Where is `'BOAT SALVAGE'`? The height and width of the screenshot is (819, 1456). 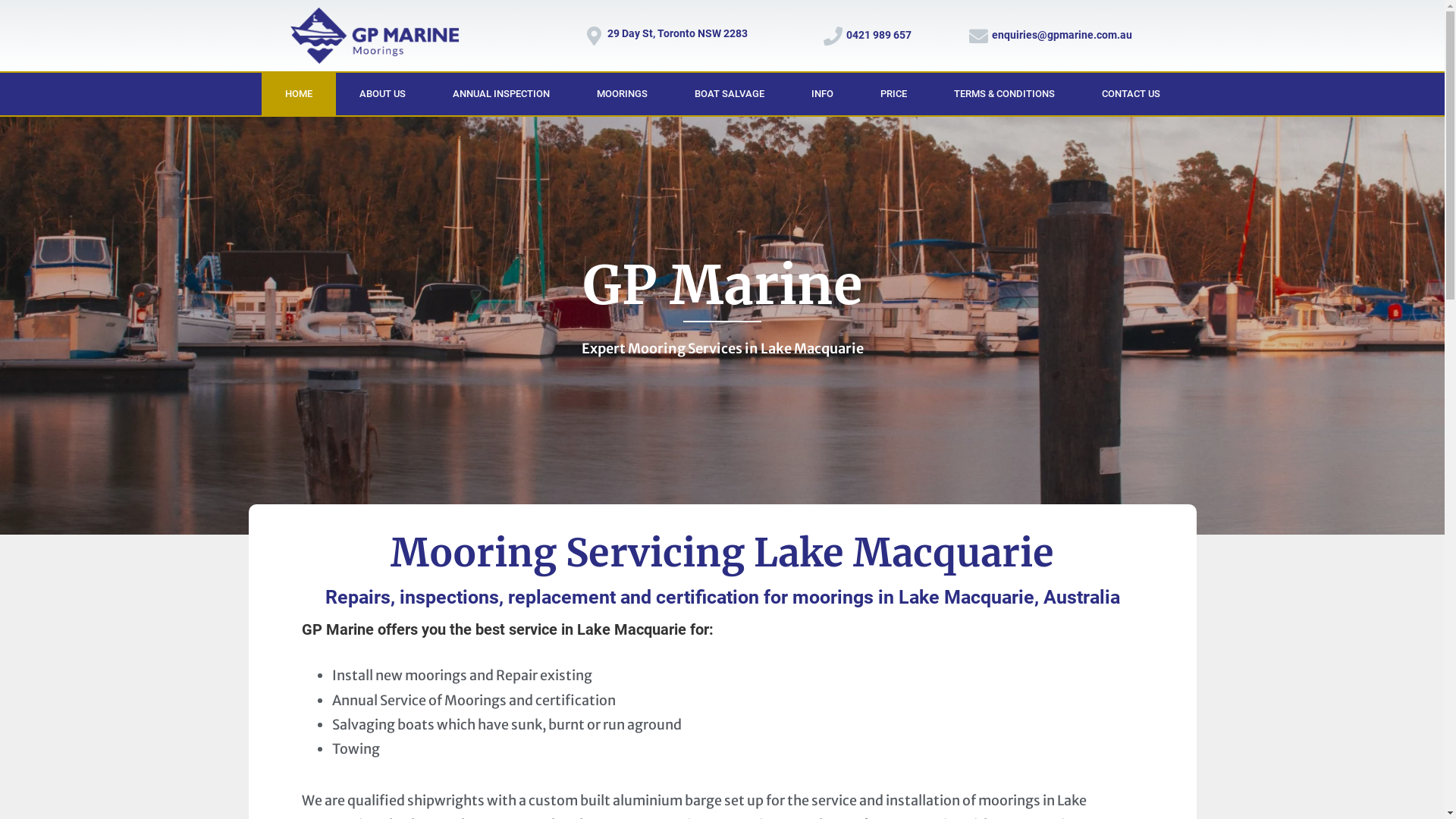 'BOAT SALVAGE' is located at coordinates (728, 93).